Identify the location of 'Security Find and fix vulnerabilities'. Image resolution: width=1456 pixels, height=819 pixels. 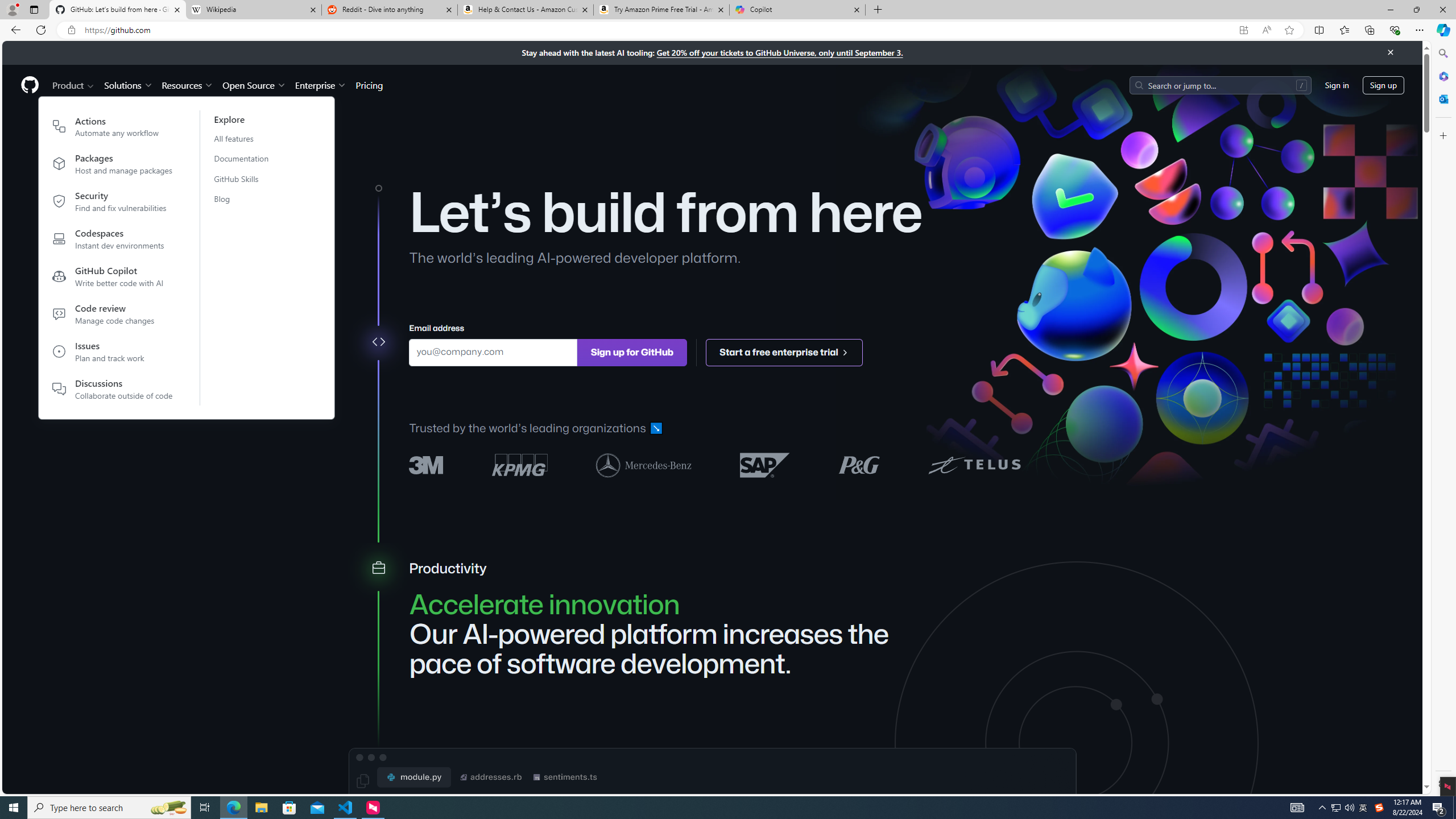
(112, 203).